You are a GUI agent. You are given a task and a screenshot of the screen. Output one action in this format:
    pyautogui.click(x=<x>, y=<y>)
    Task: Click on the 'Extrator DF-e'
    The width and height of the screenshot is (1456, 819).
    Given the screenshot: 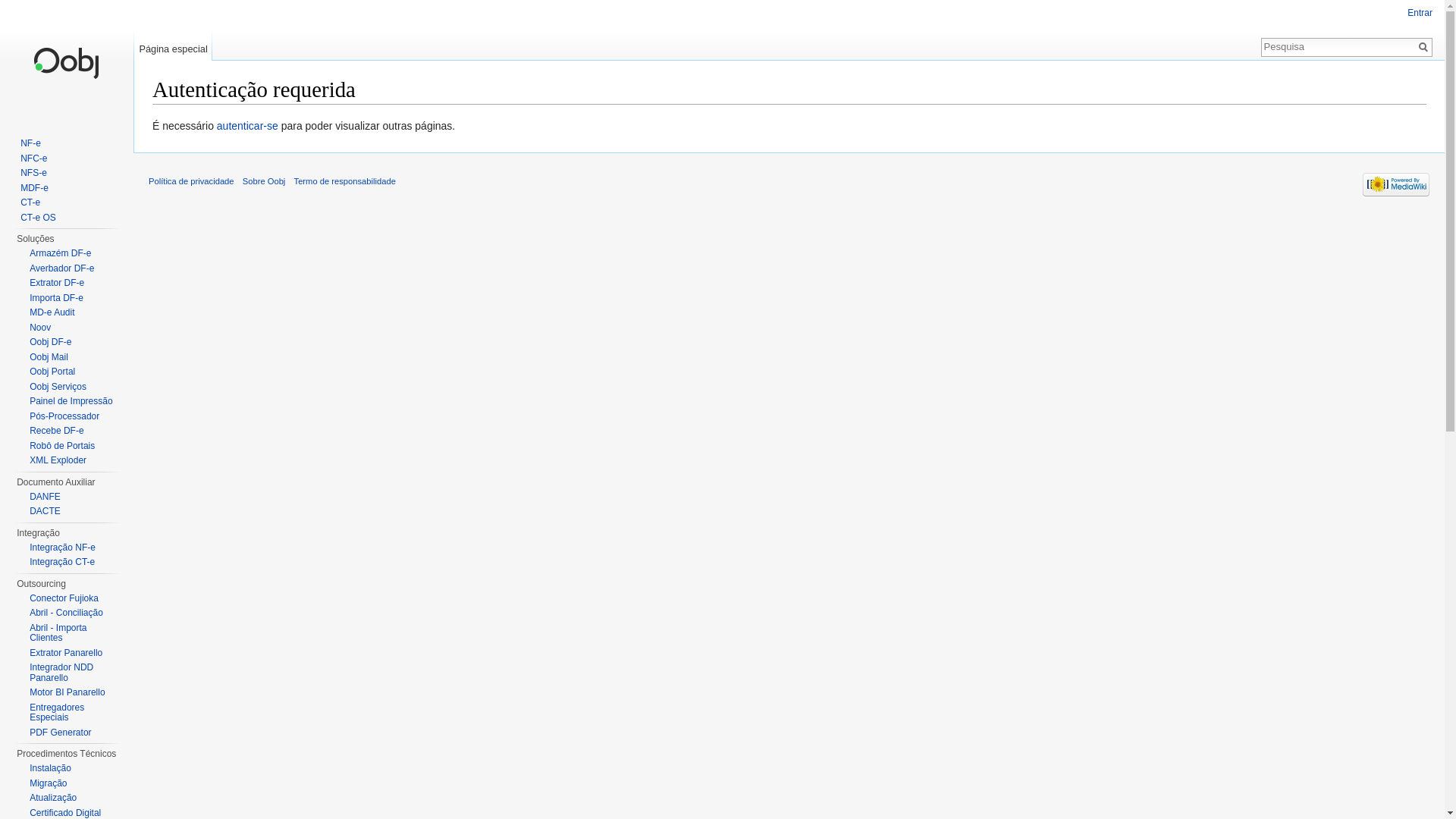 What is the action you would take?
    pyautogui.click(x=57, y=283)
    